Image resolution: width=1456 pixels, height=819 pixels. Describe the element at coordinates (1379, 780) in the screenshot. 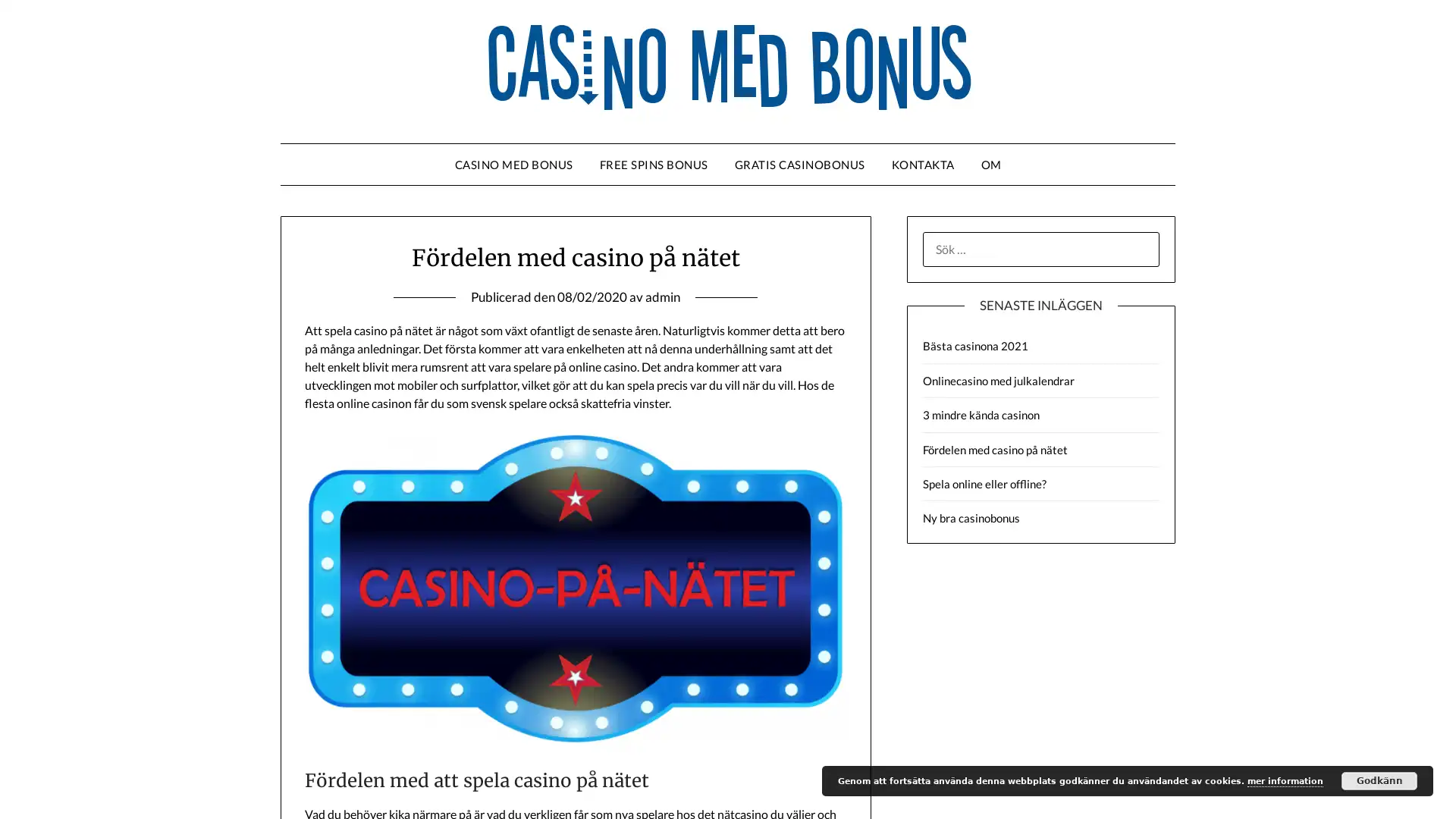

I see `Godkann` at that location.